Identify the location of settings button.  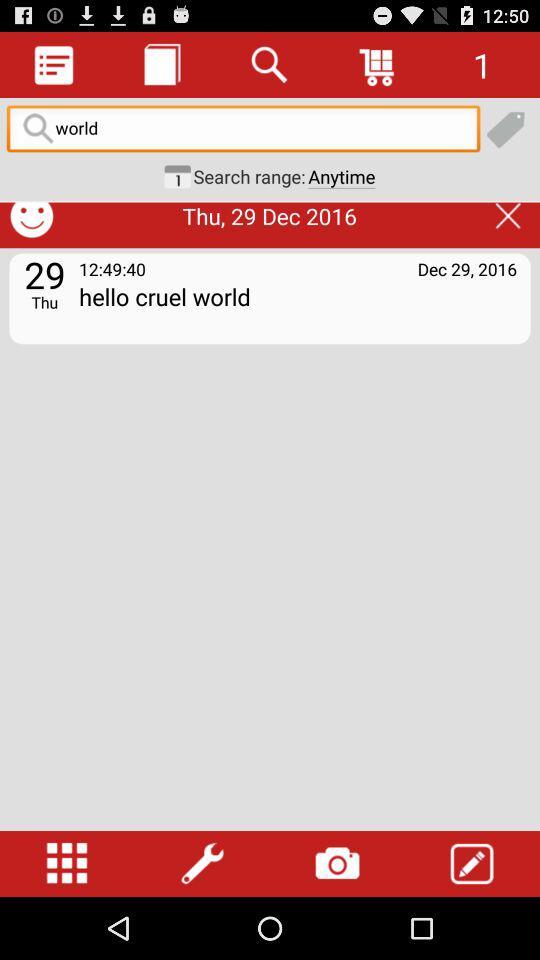
(202, 863).